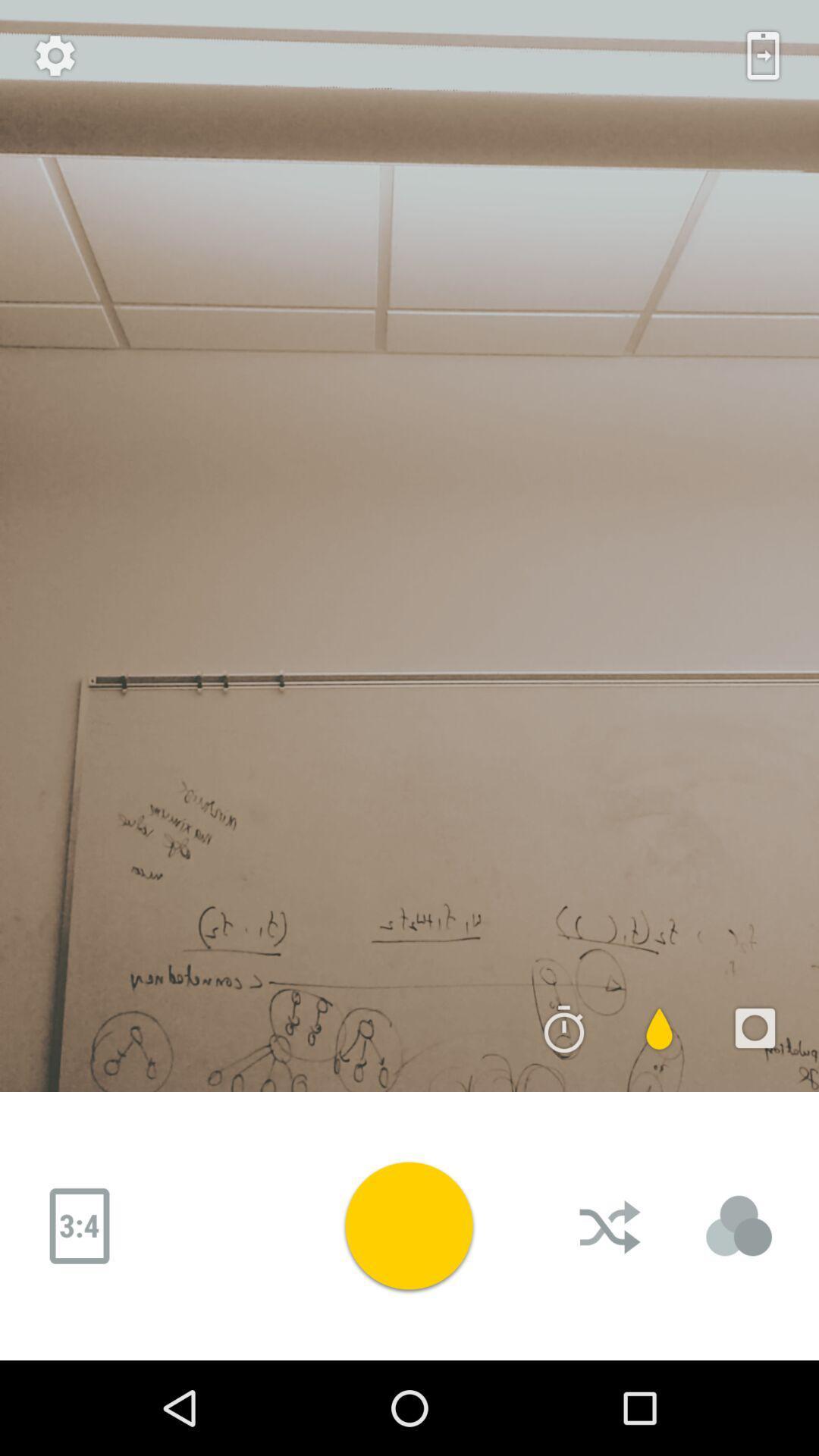  What do you see at coordinates (610, 1226) in the screenshot?
I see `change order top to bottom` at bounding box center [610, 1226].